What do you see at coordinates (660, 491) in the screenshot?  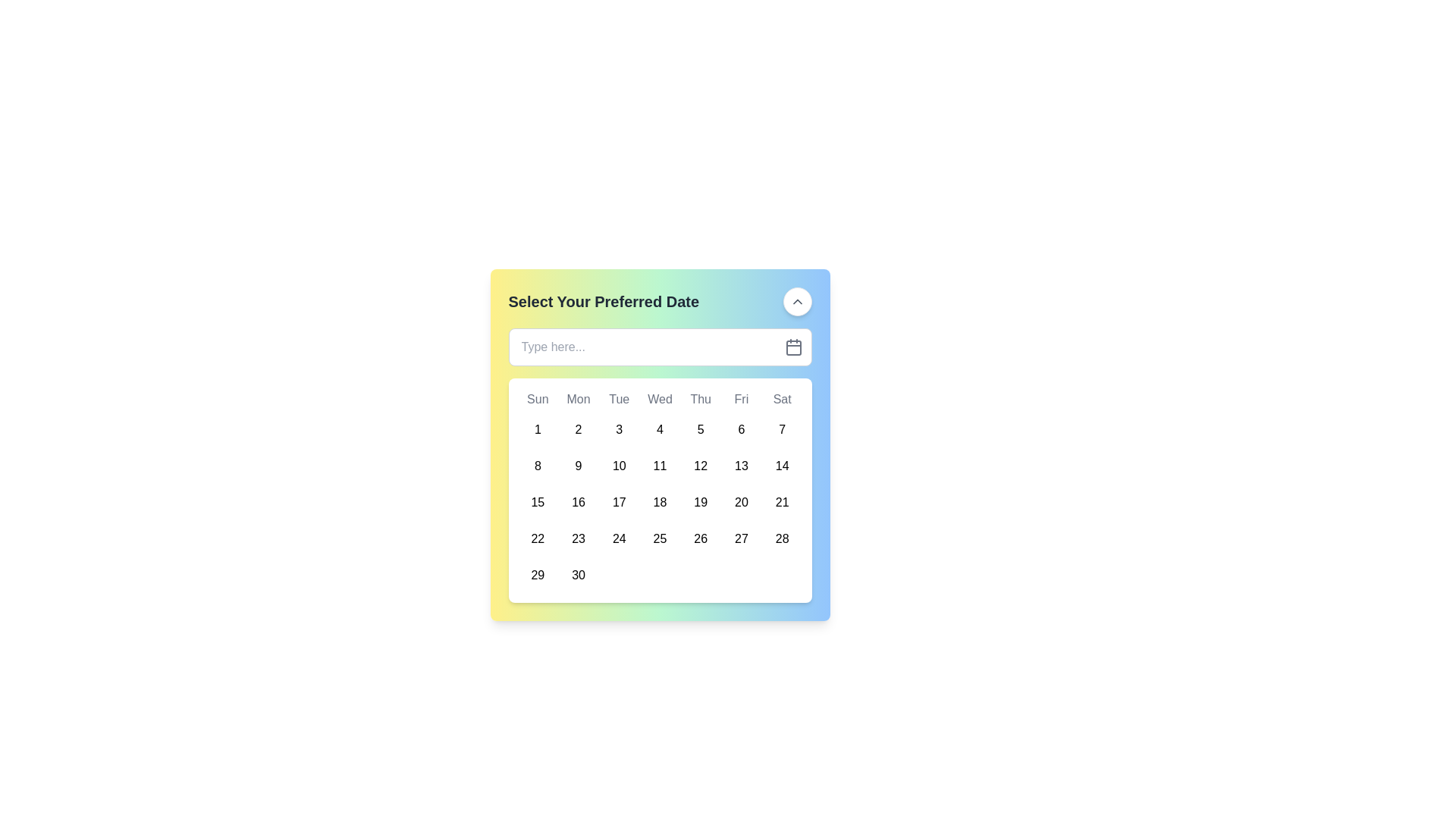 I see `the calendar grid located below the header 'Select Your Preferred Date'` at bounding box center [660, 491].